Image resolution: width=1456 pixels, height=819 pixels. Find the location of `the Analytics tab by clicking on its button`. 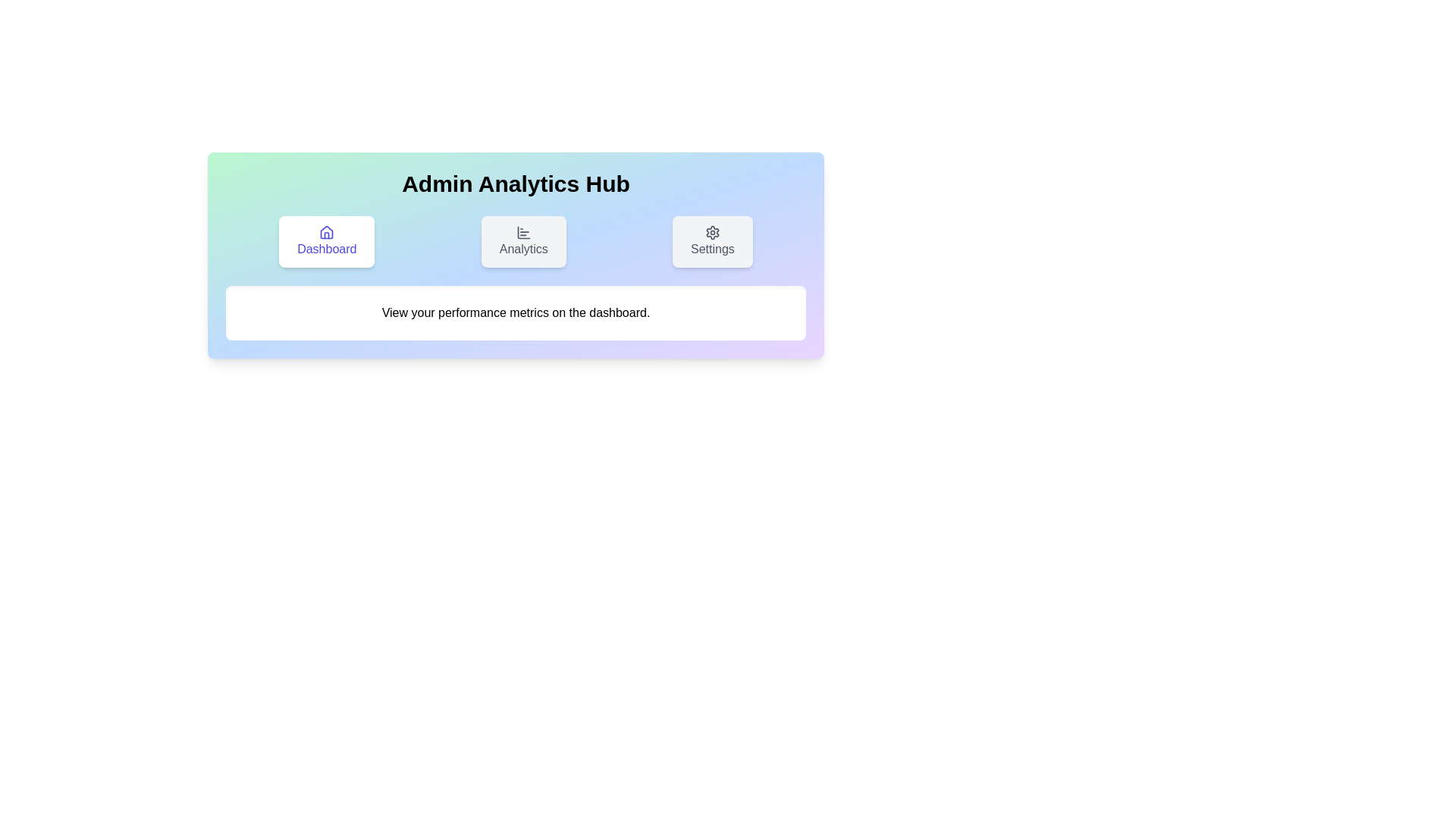

the Analytics tab by clicking on its button is located at coordinates (523, 241).